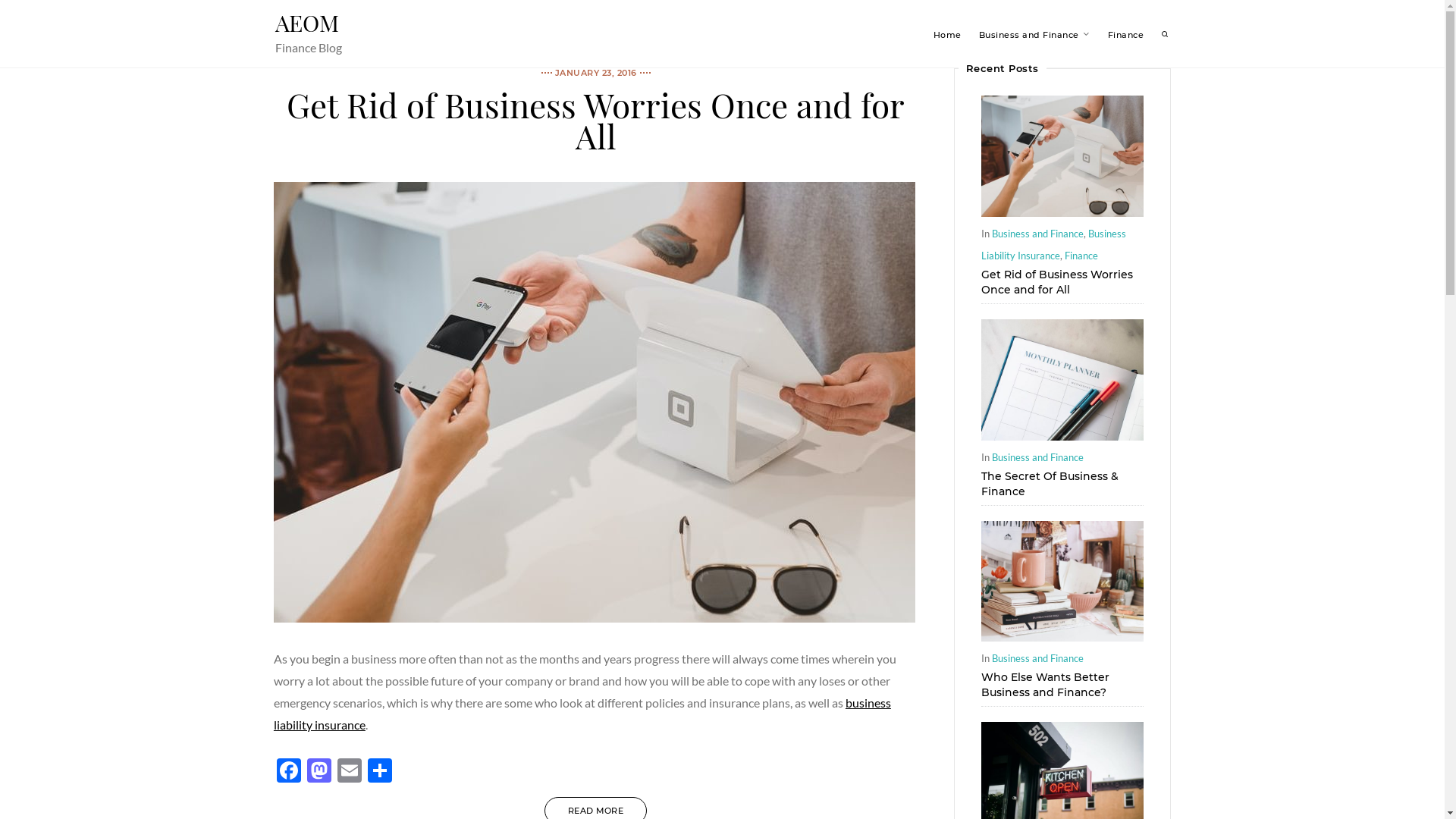 This screenshot has height=819, width=1456. Describe the element at coordinates (1056, 281) in the screenshot. I see `'Get Rid of Business Worries Once and for All'` at that location.